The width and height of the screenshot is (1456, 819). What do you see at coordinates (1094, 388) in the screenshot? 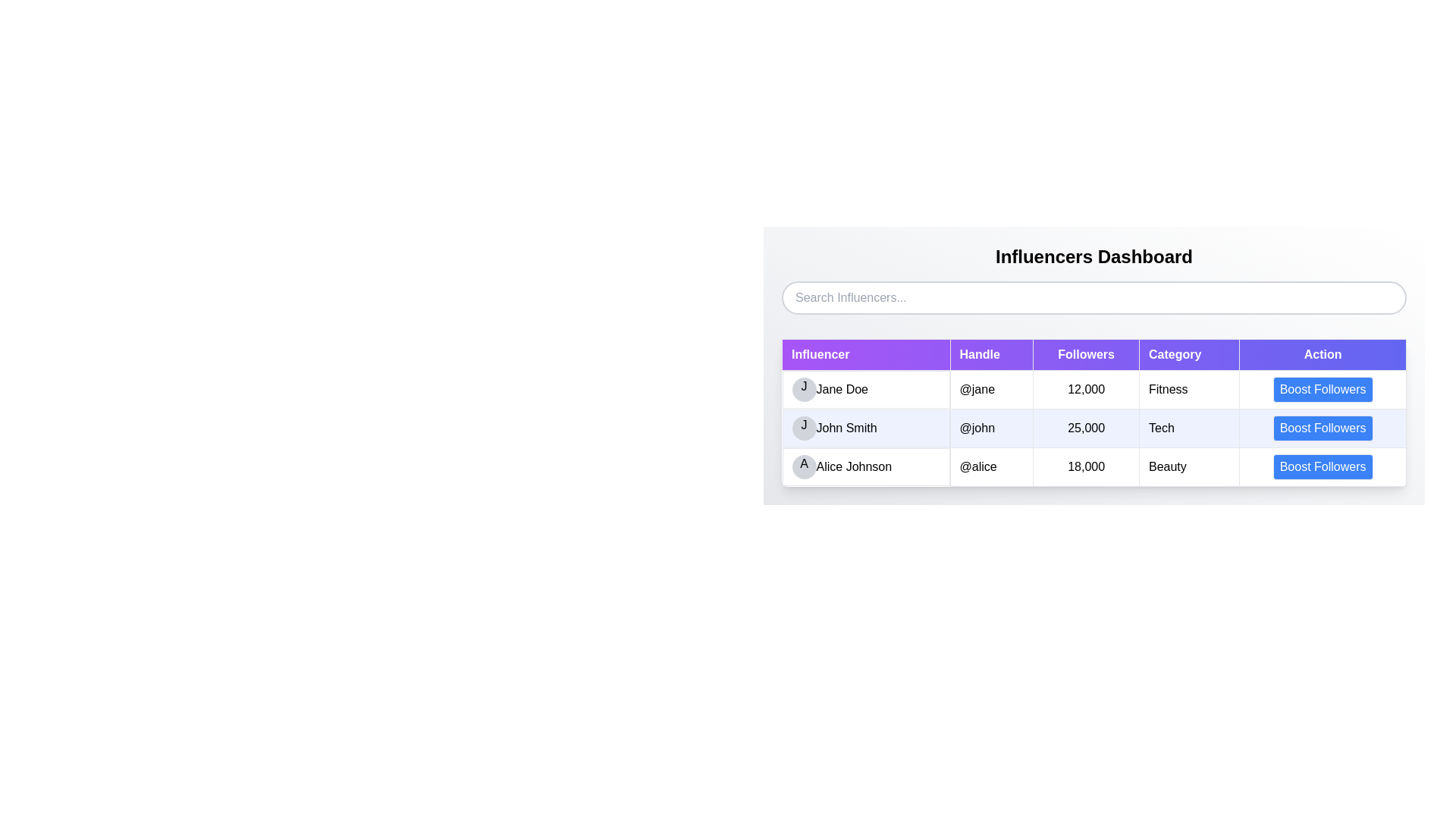
I see `the first row of the table that displays influencer details, including their profile picture, name, handle, follower count, category, and action button for follower enhancement` at bounding box center [1094, 388].